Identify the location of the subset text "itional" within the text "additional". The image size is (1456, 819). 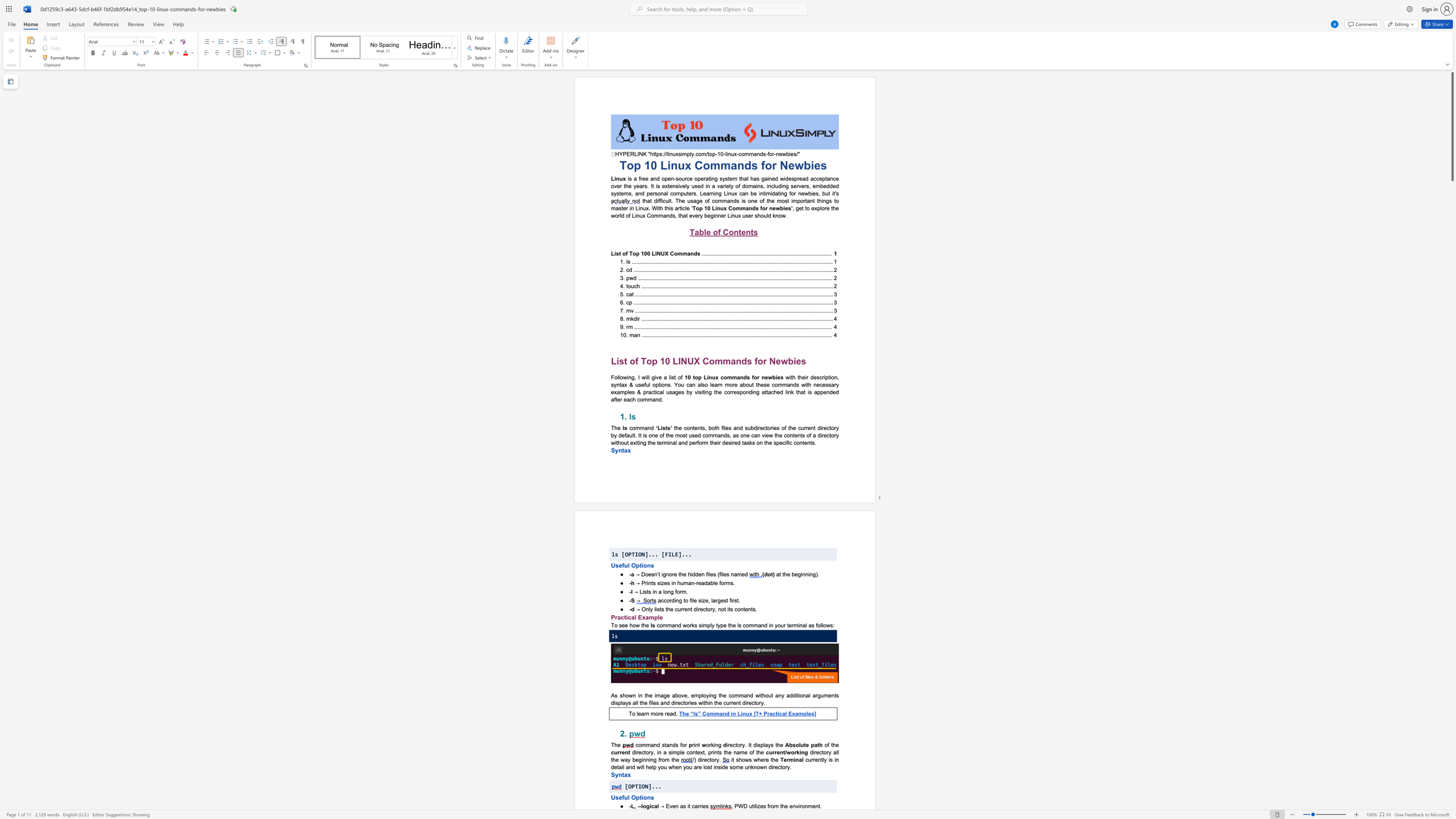
(795, 695).